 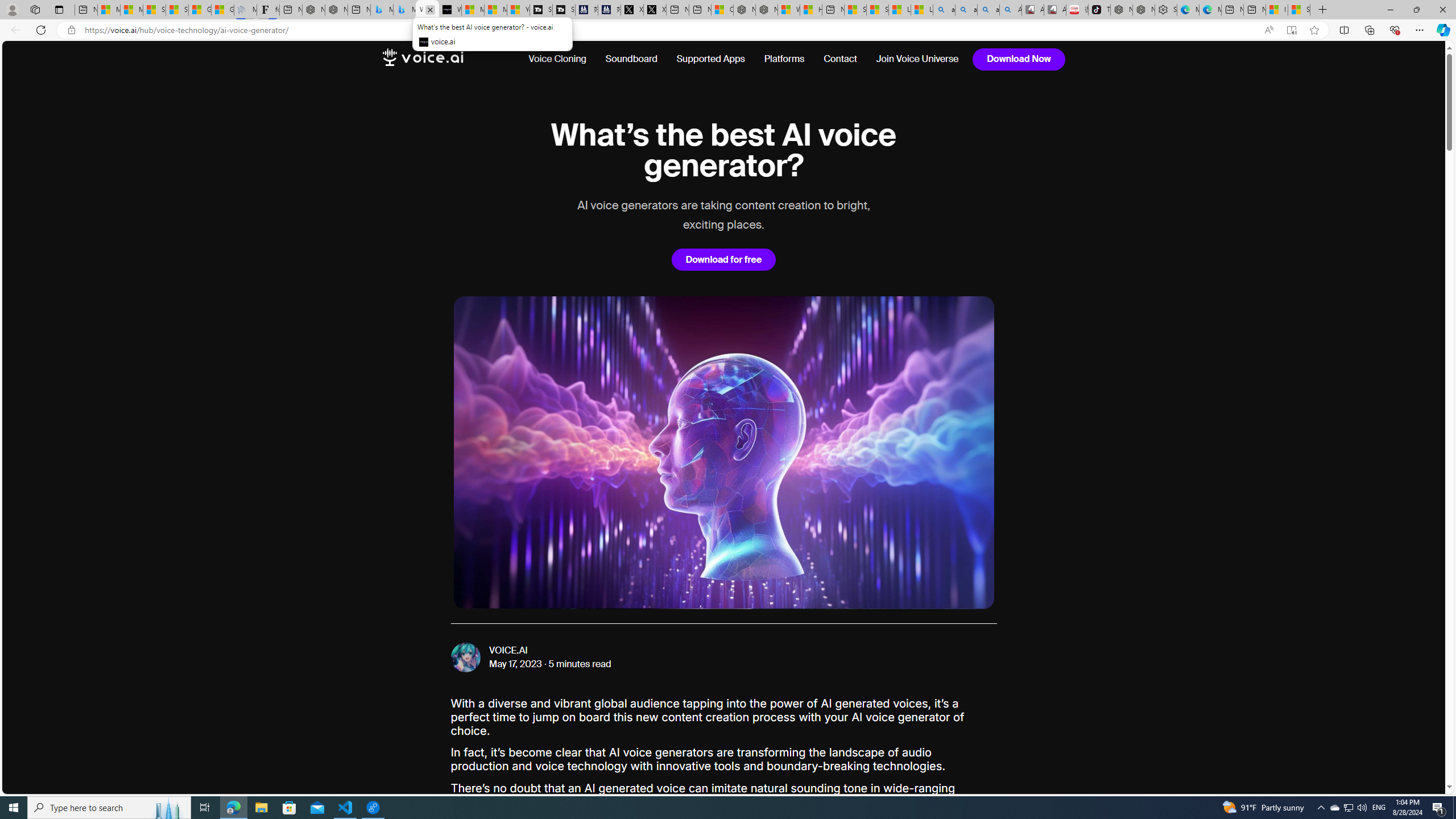 What do you see at coordinates (918, 59) in the screenshot?
I see `'Join Voice Universe'` at bounding box center [918, 59].